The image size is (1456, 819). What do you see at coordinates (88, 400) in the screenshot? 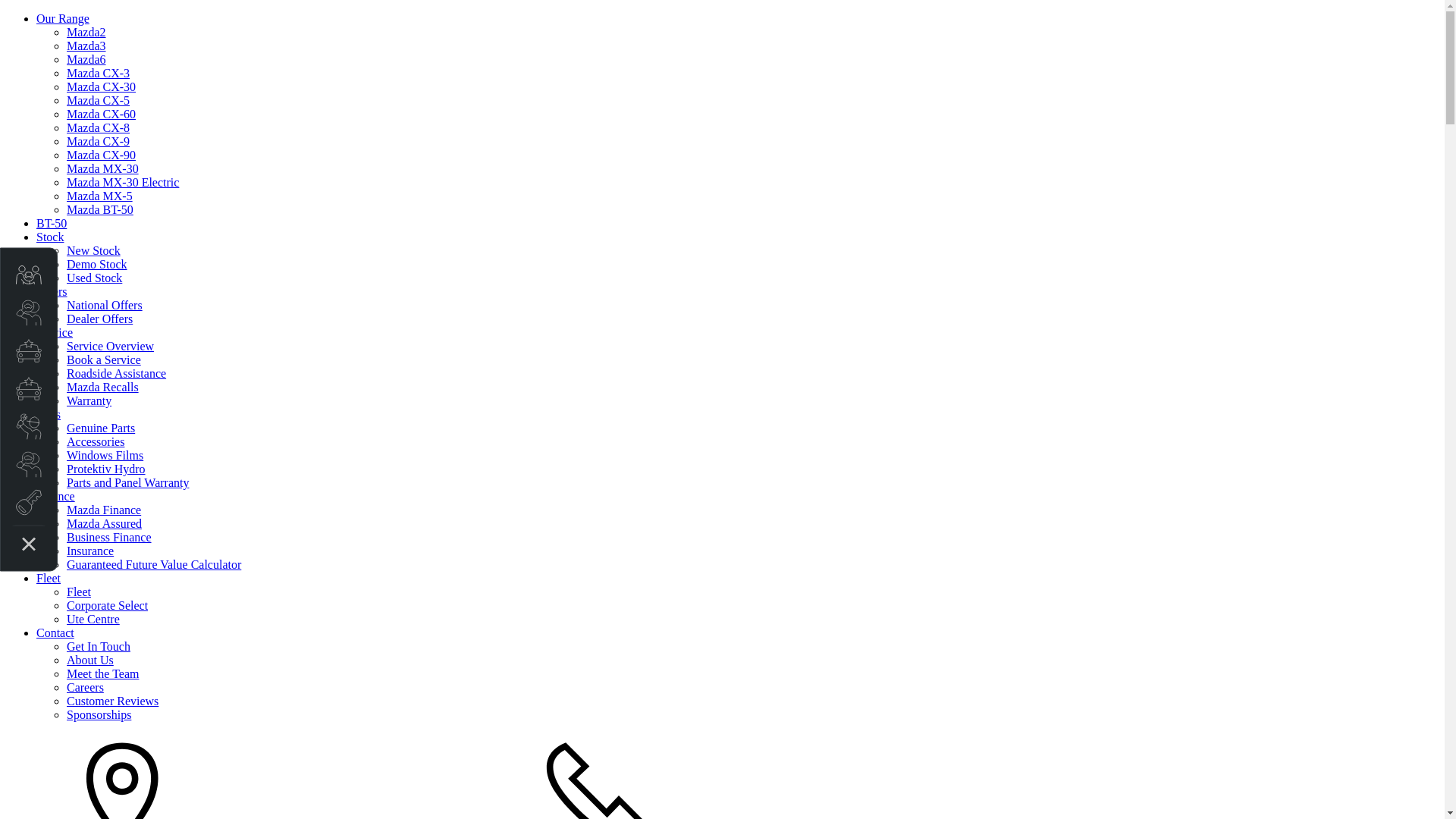
I see `'Warranty'` at bounding box center [88, 400].